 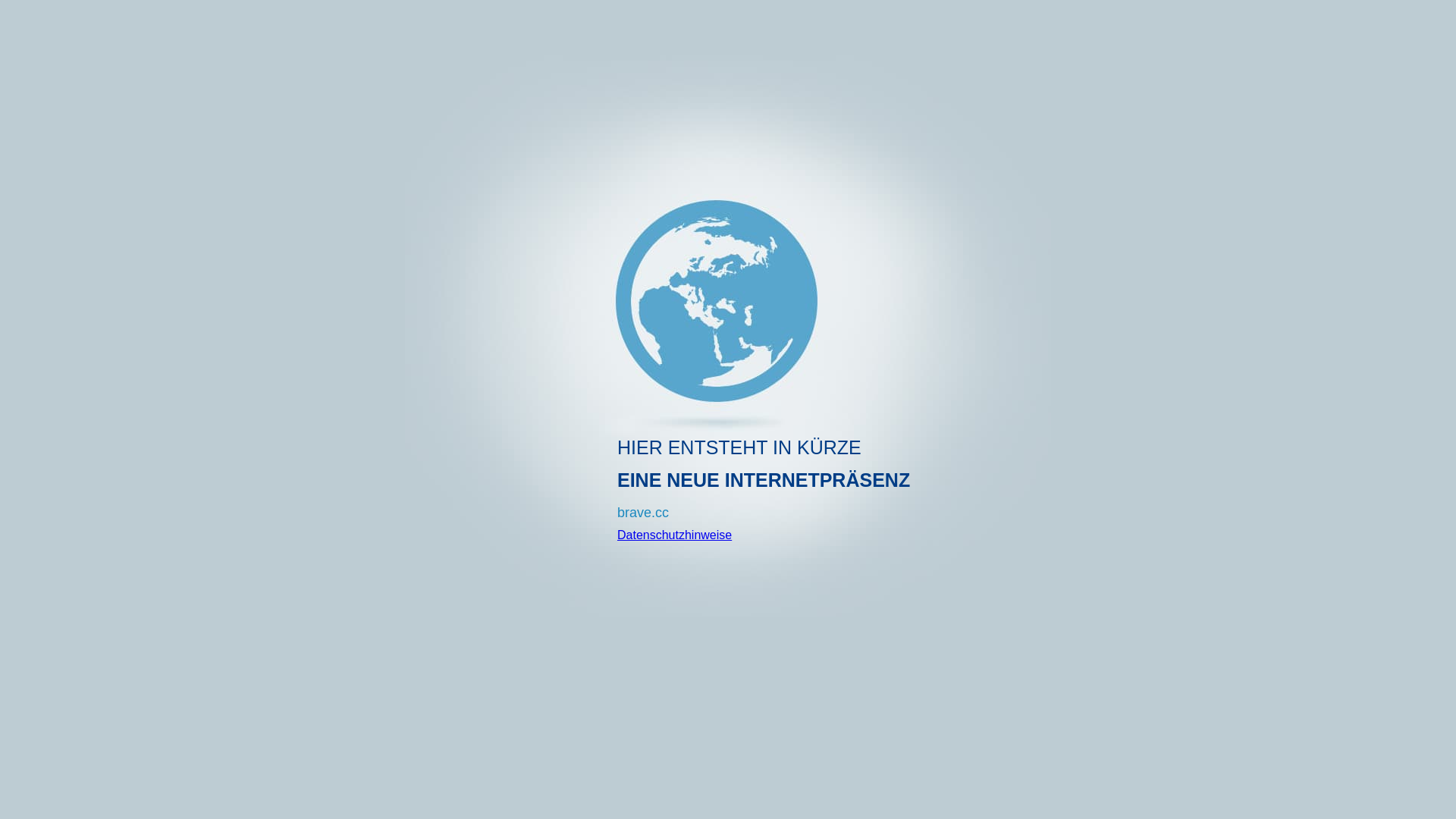 What do you see at coordinates (617, 534) in the screenshot?
I see `'Datenschutzhinweise'` at bounding box center [617, 534].